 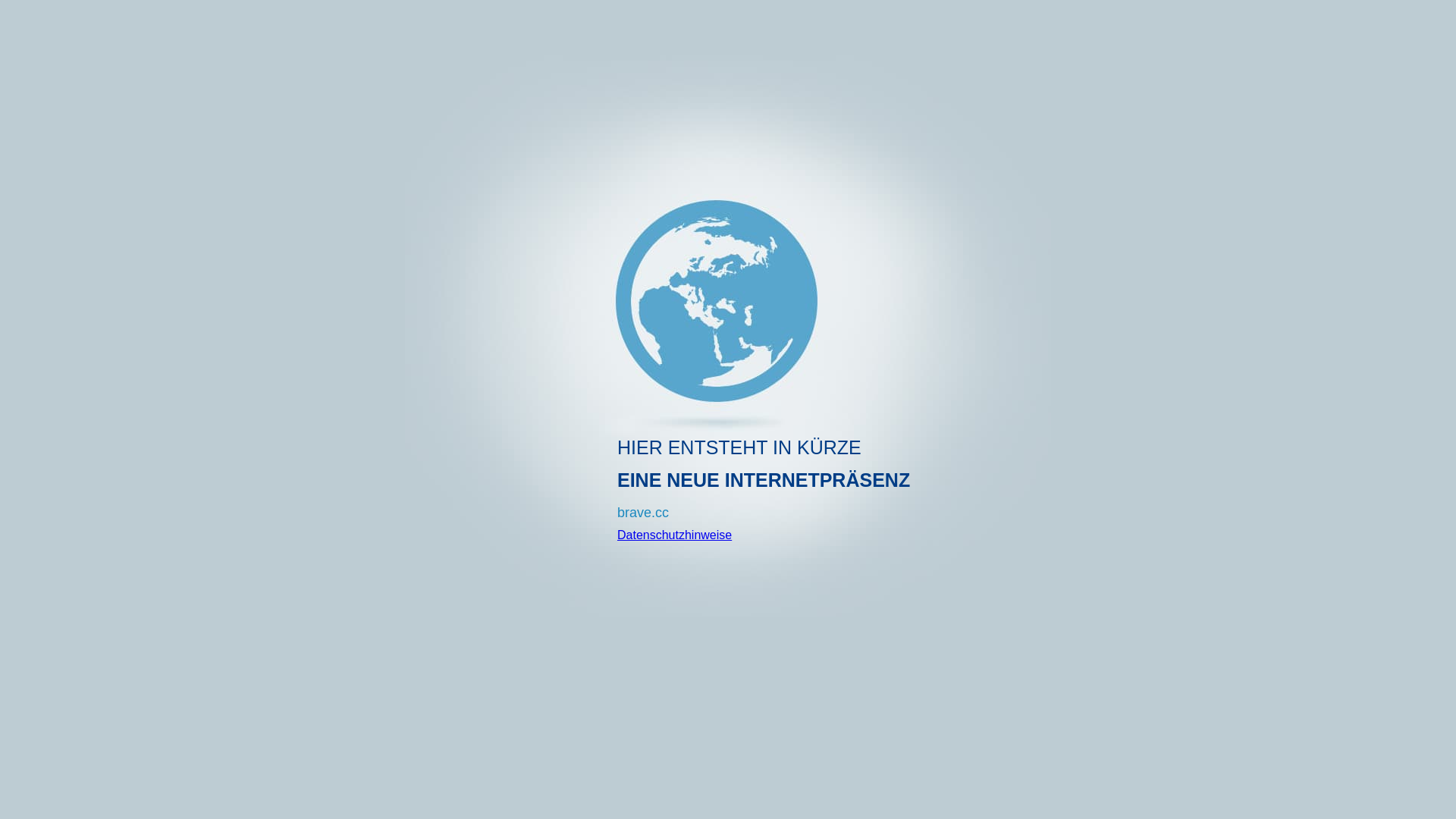 What do you see at coordinates (617, 534) in the screenshot?
I see `'Datenschutzhinweise'` at bounding box center [617, 534].